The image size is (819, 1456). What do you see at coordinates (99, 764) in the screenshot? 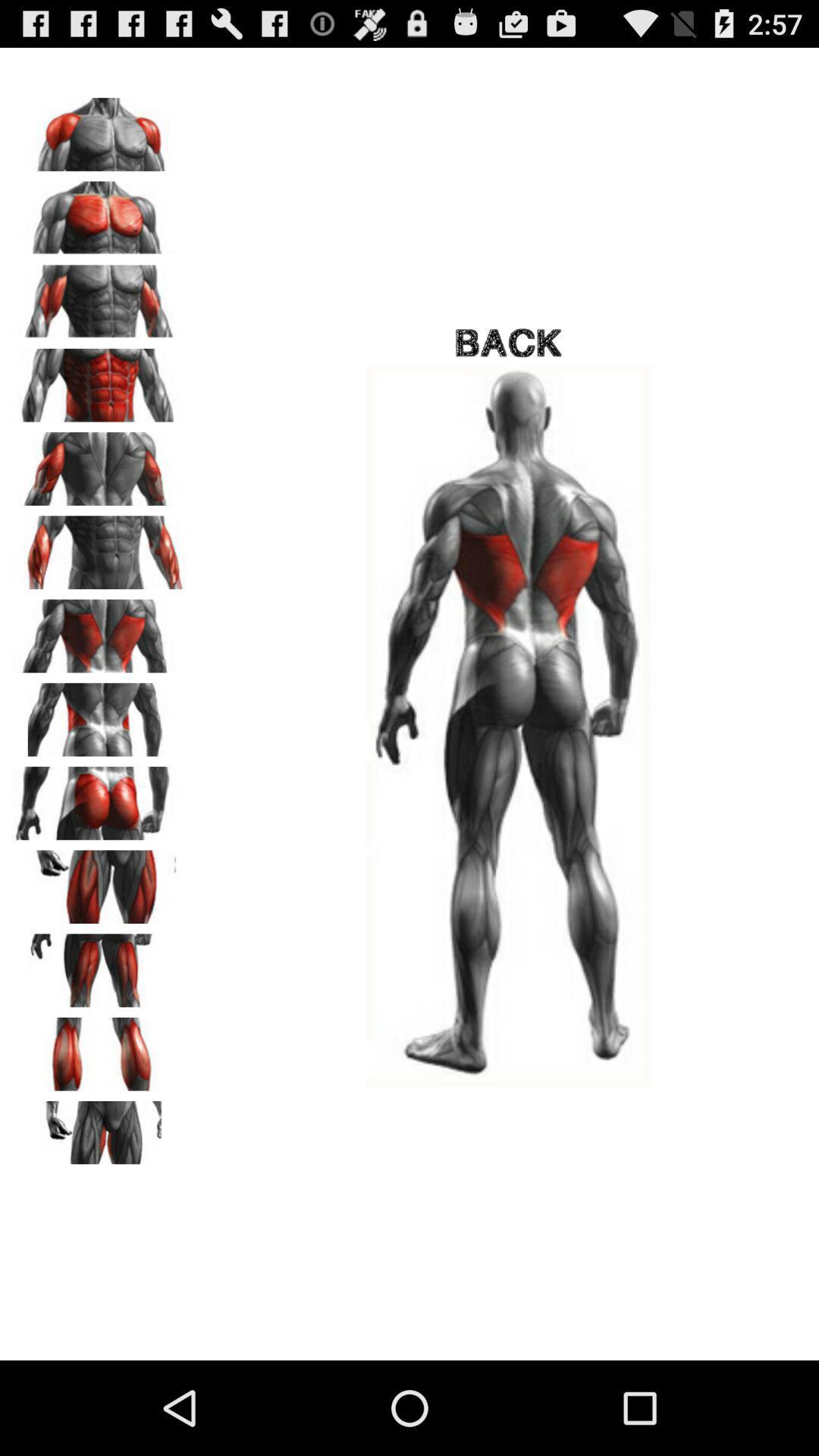
I see `the pause icon` at bounding box center [99, 764].